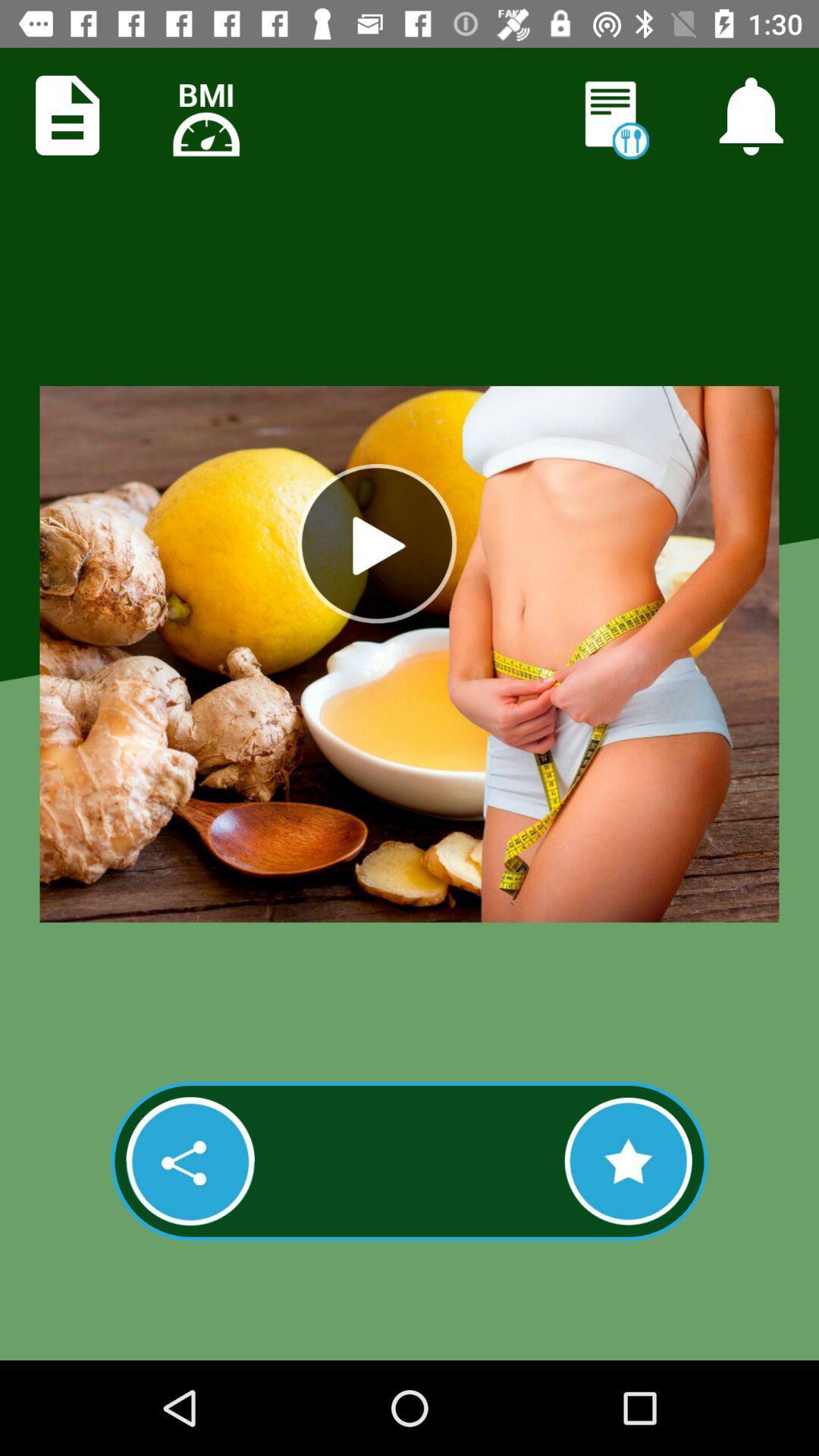 The width and height of the screenshot is (819, 1456). Describe the element at coordinates (628, 1160) in the screenshot. I see `favourite` at that location.